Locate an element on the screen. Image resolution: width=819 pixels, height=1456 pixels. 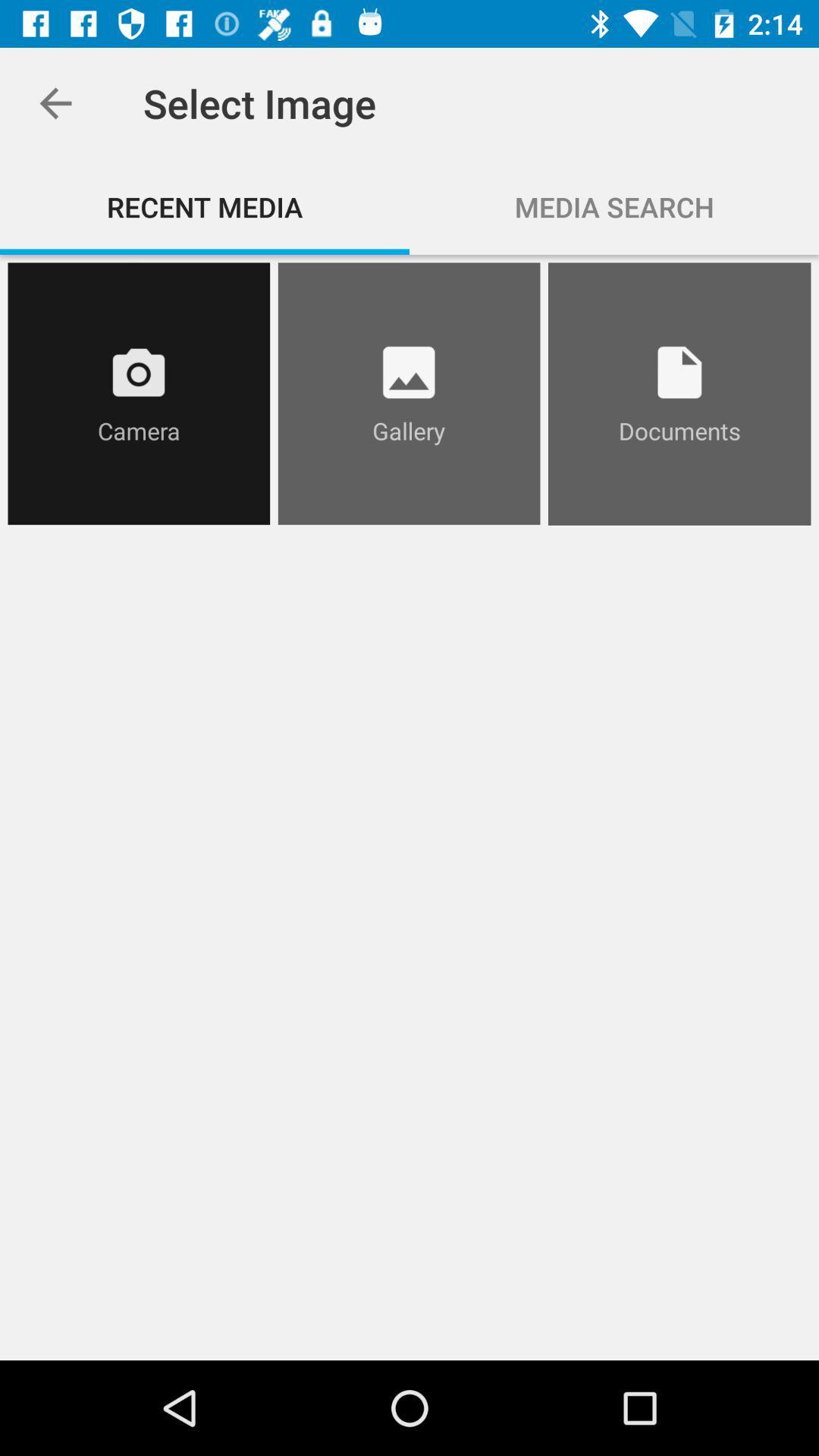
item next to the select image icon is located at coordinates (55, 102).